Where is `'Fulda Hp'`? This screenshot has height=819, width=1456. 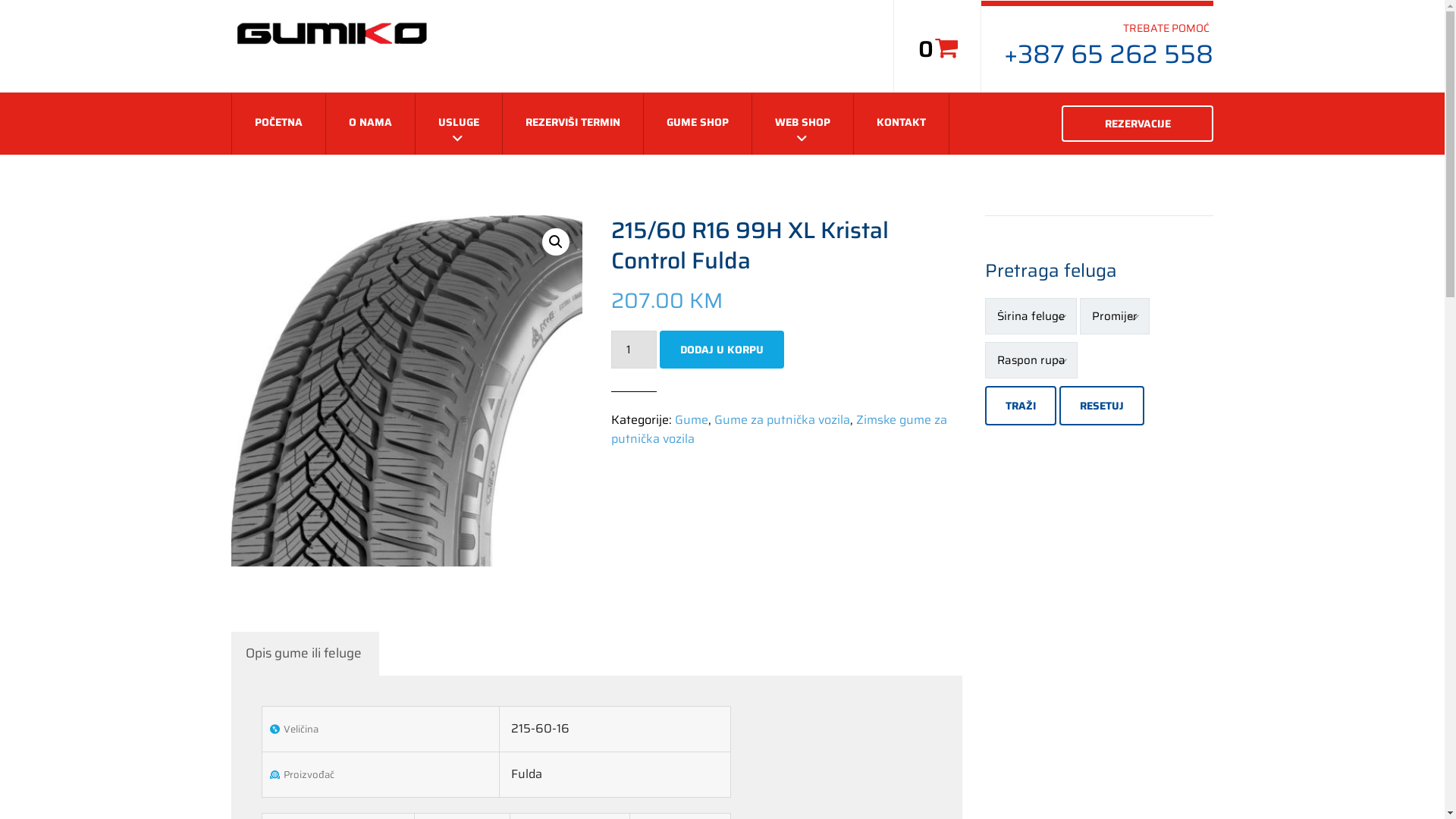 'Fulda Hp' is located at coordinates (406, 390).